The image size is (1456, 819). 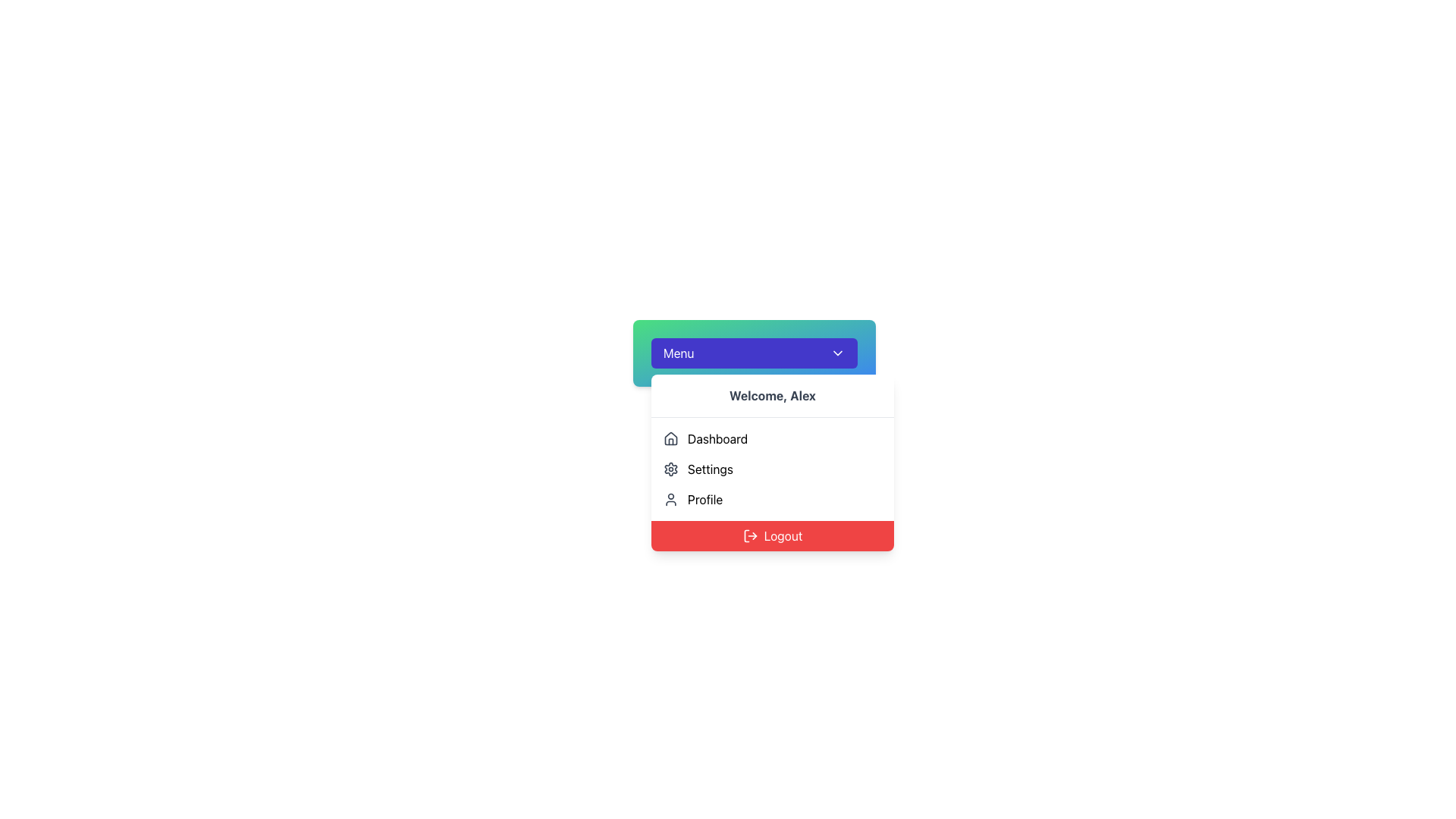 I want to click on the settings menu icon, which is the leftmost visual part of the 'Settings' menu item under the 'Welcome, Alex' header, so click(x=670, y=468).